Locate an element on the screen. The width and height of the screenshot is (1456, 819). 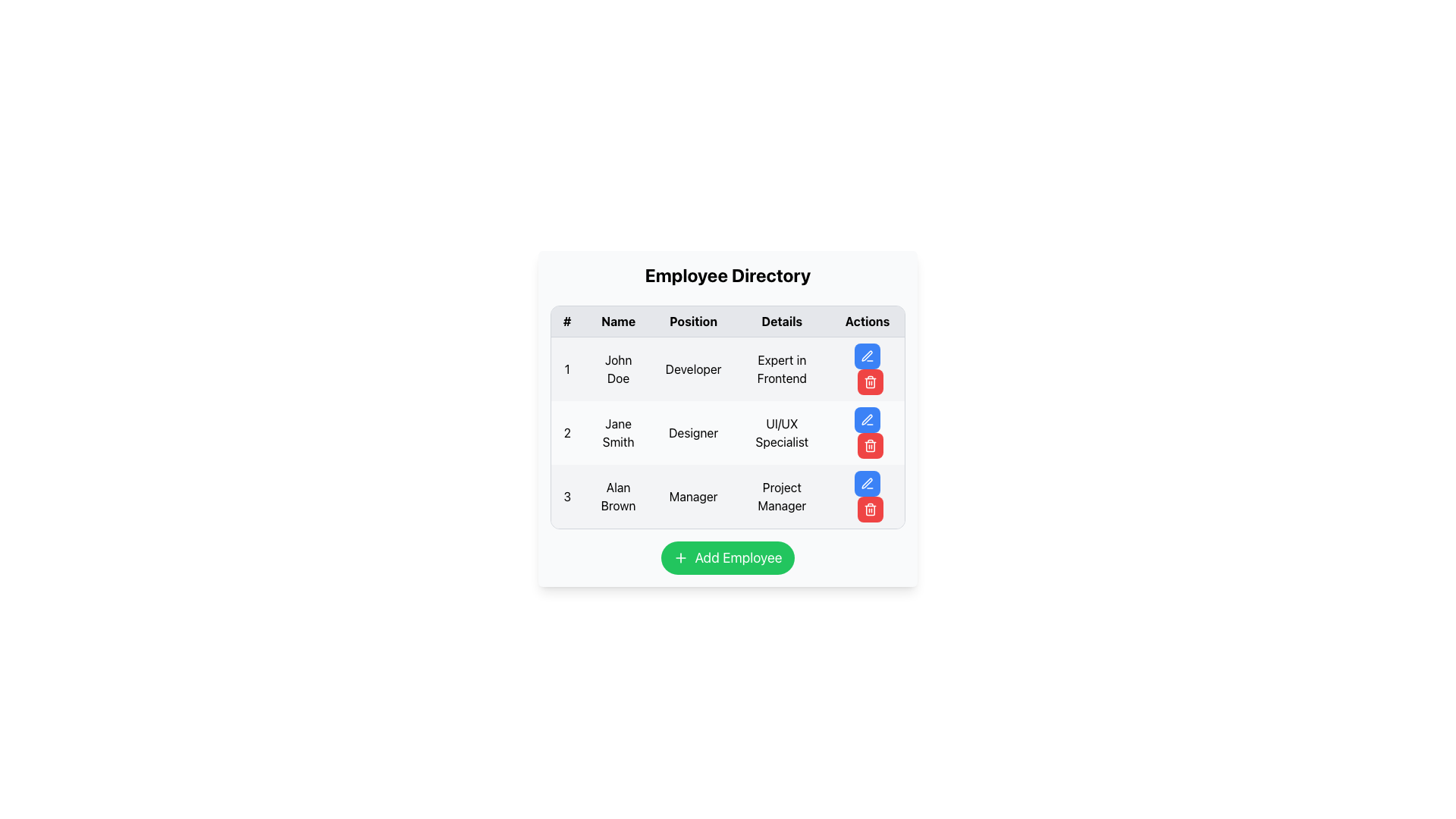
the Edit icon located in the Actions column of the table for Jane Smith is located at coordinates (867, 419).